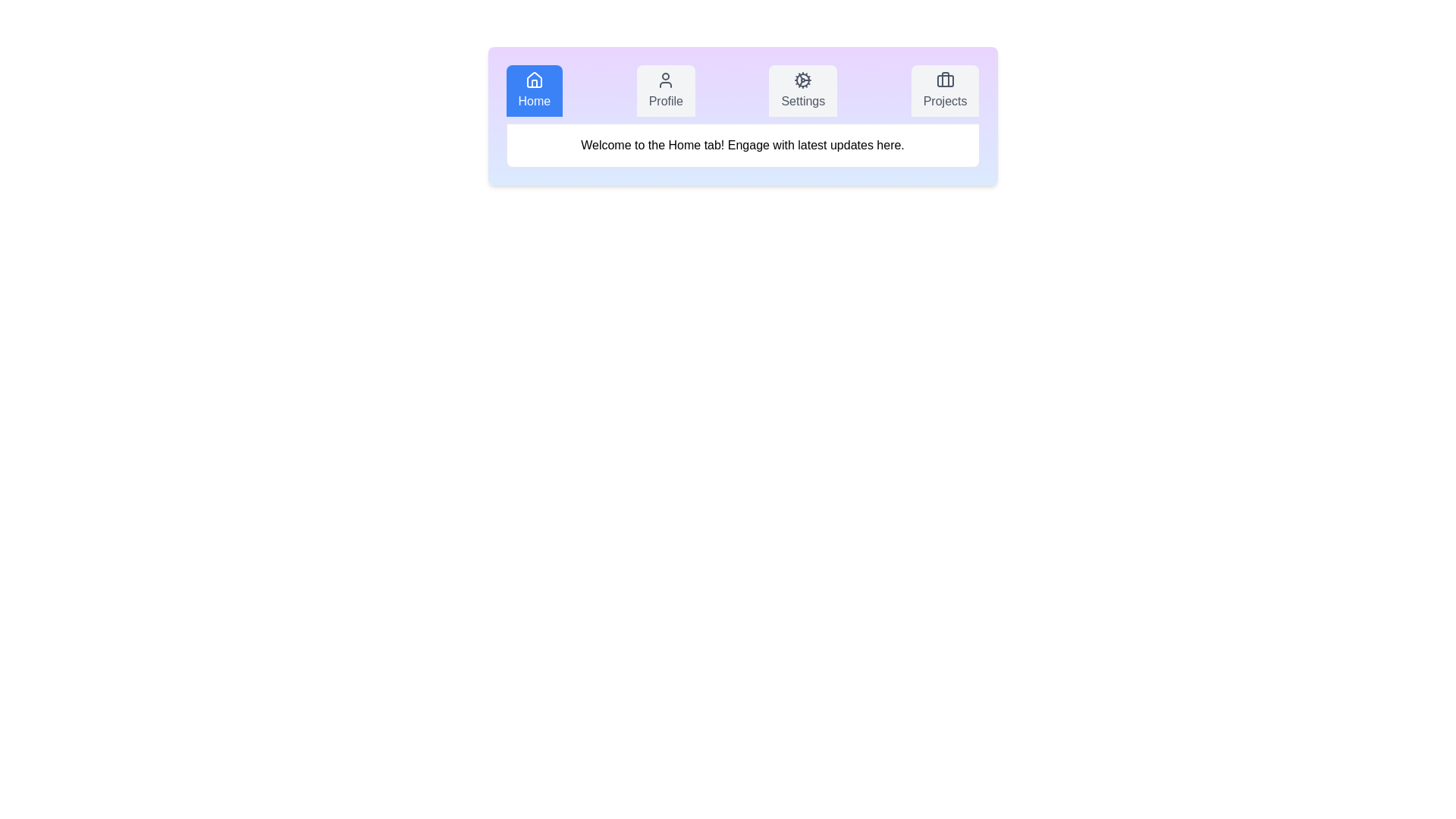 The image size is (1456, 819). Describe the element at coordinates (534, 102) in the screenshot. I see `the 'Home' text label within the blue button that is located below the house icon in the navigation bar at the top of the interface` at that location.